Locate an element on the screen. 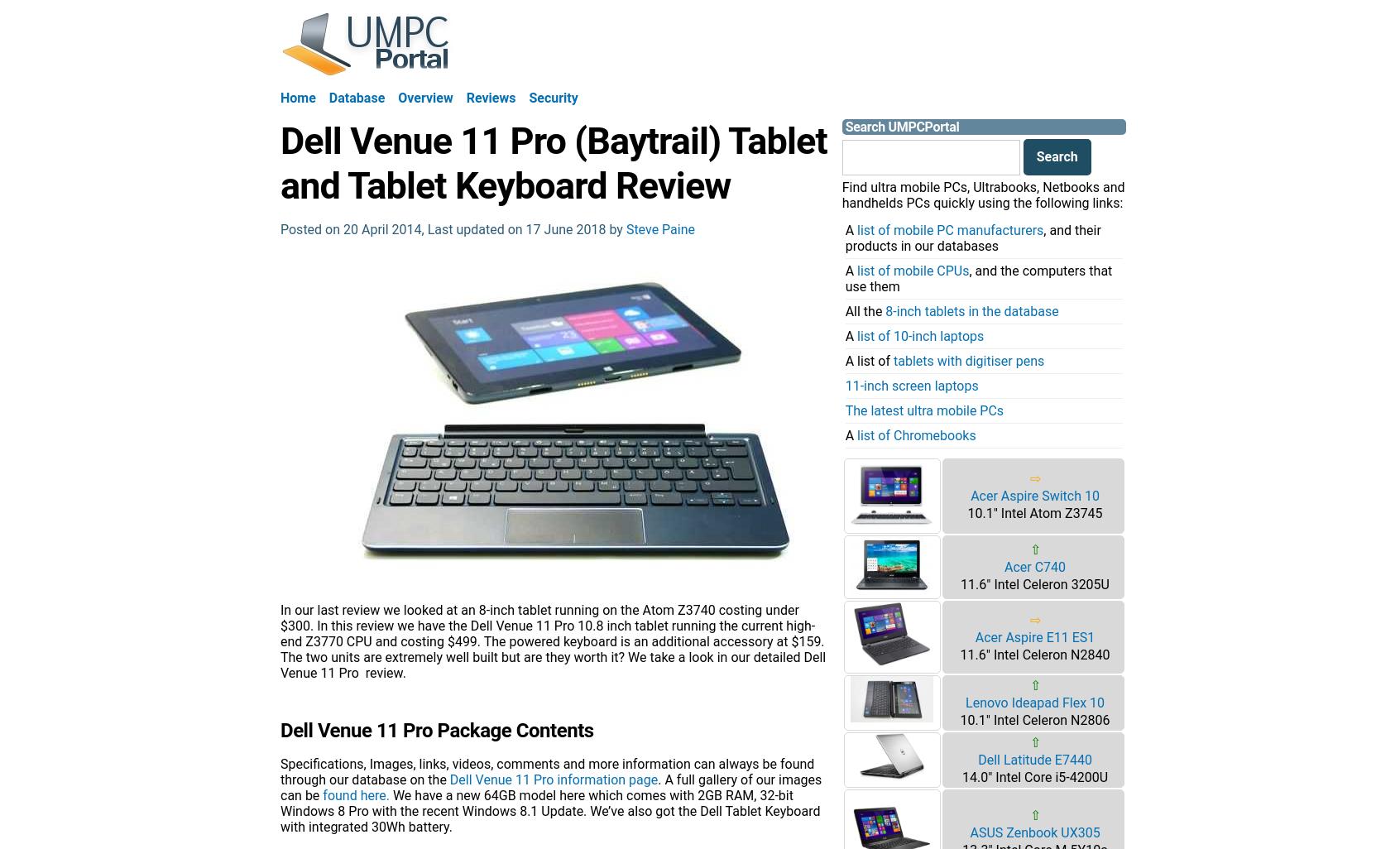 The width and height of the screenshot is (1400, 849). 'We have a new 64GB model here which comes with 2GB RAM, 32-bit Windows 8 Pro with the recent Windows 8.1 Update. We’ve also got the Dell Tablet Keyboard with integrated 30Wh battery.' is located at coordinates (549, 809).